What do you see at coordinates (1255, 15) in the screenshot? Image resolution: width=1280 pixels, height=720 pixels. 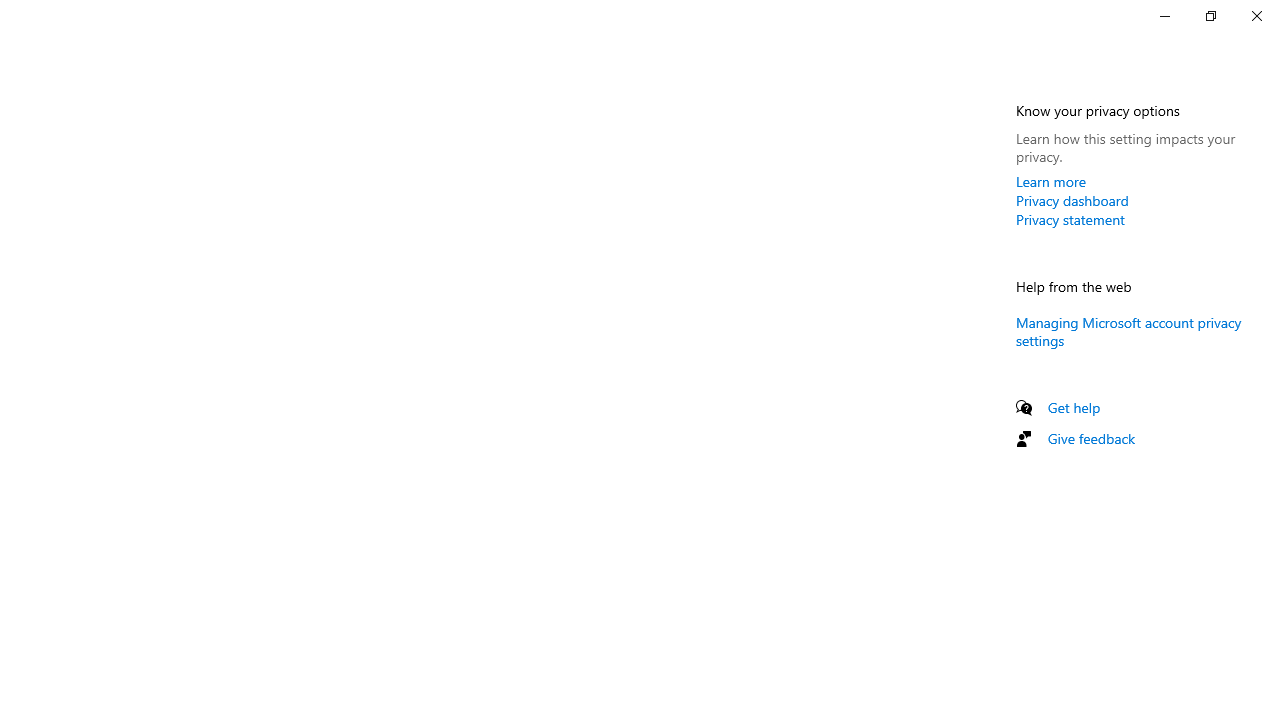 I see `'Close Settings'` at bounding box center [1255, 15].